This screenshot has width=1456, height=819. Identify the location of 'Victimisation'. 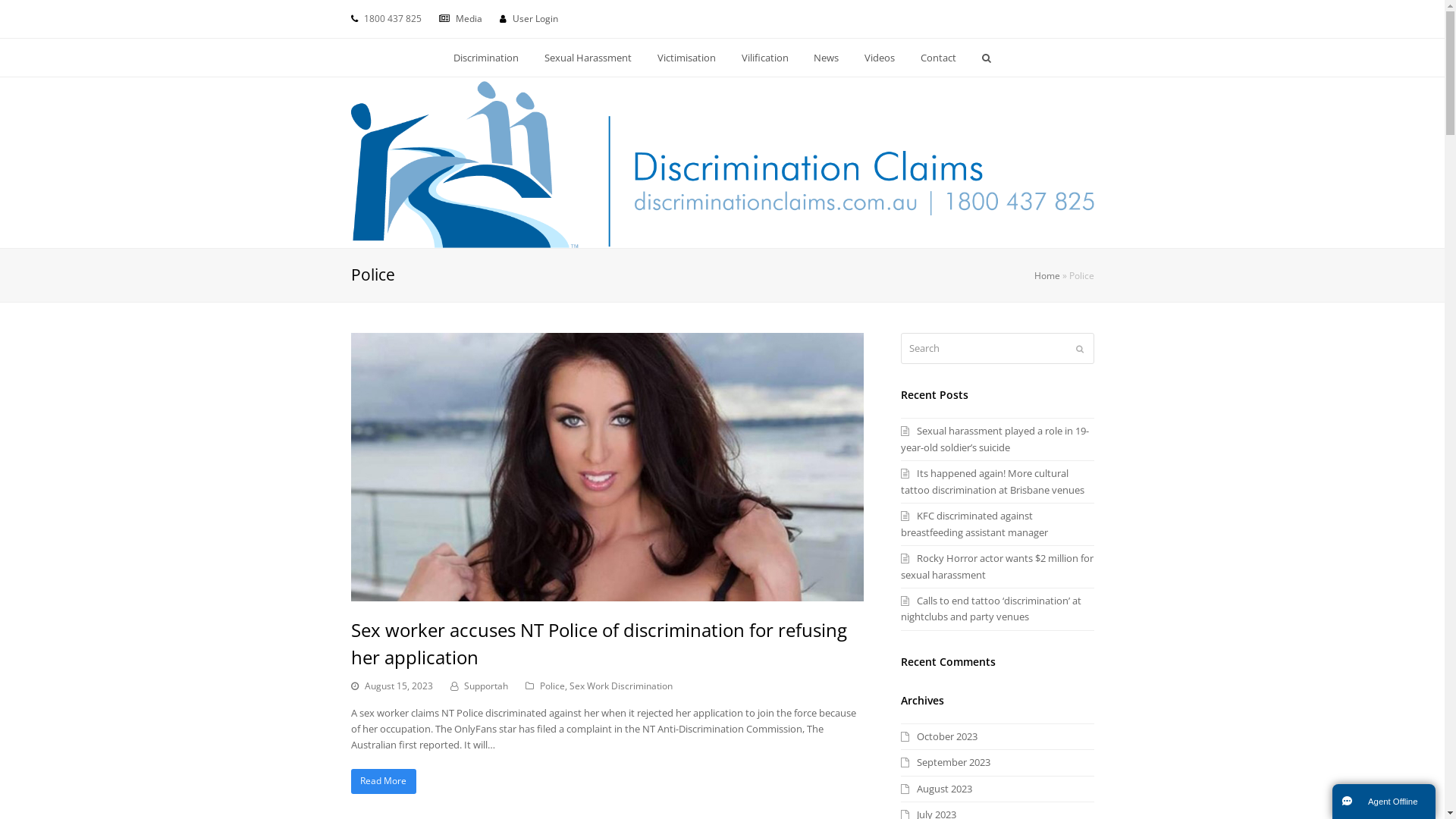
(686, 57).